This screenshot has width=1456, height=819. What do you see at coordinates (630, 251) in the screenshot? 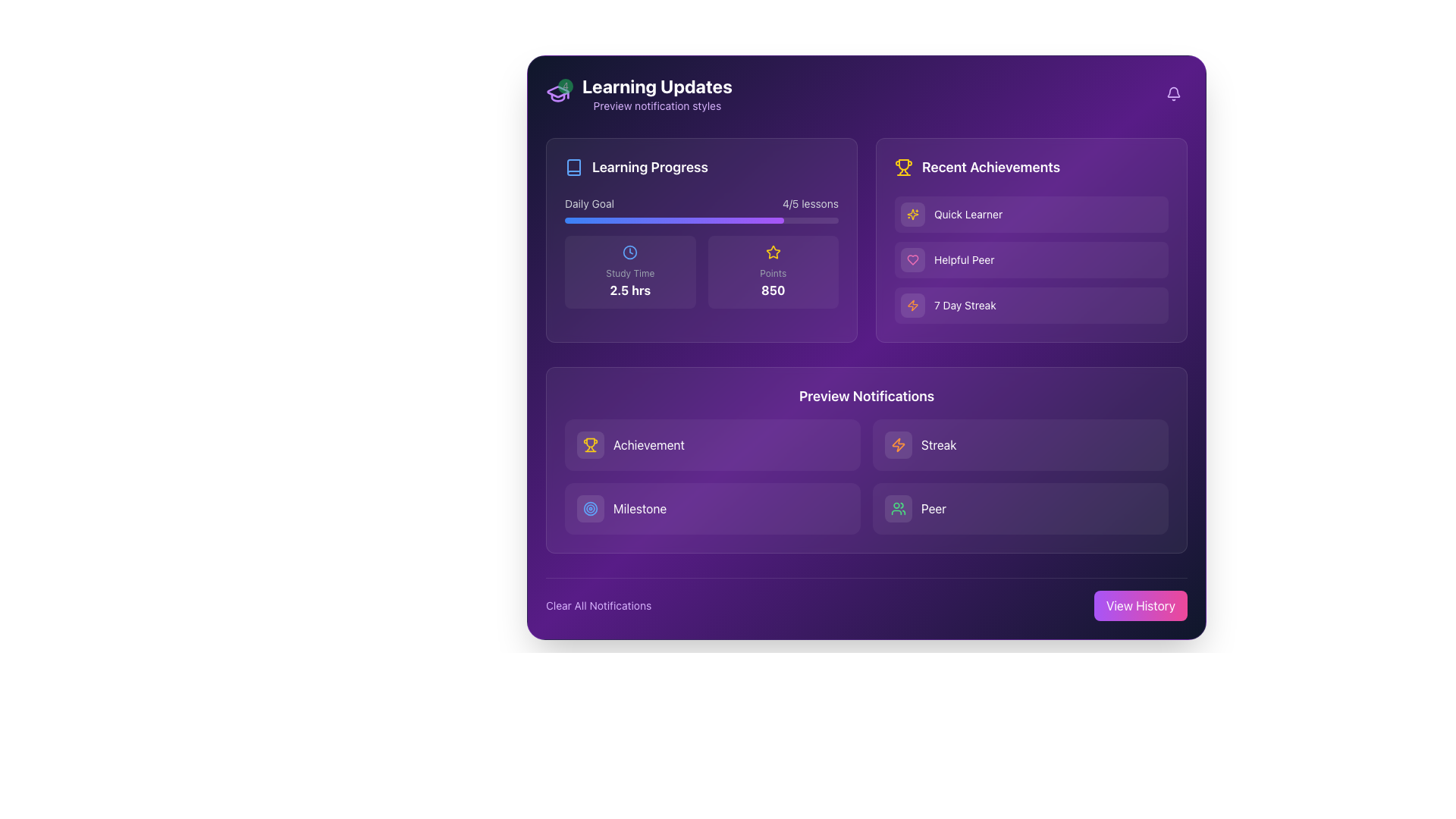
I see `the small circular clock icon with a blue outline located in the 'Daily Goal' section of the 'Learning Updates' interface, next to the 'Study Time' text` at bounding box center [630, 251].